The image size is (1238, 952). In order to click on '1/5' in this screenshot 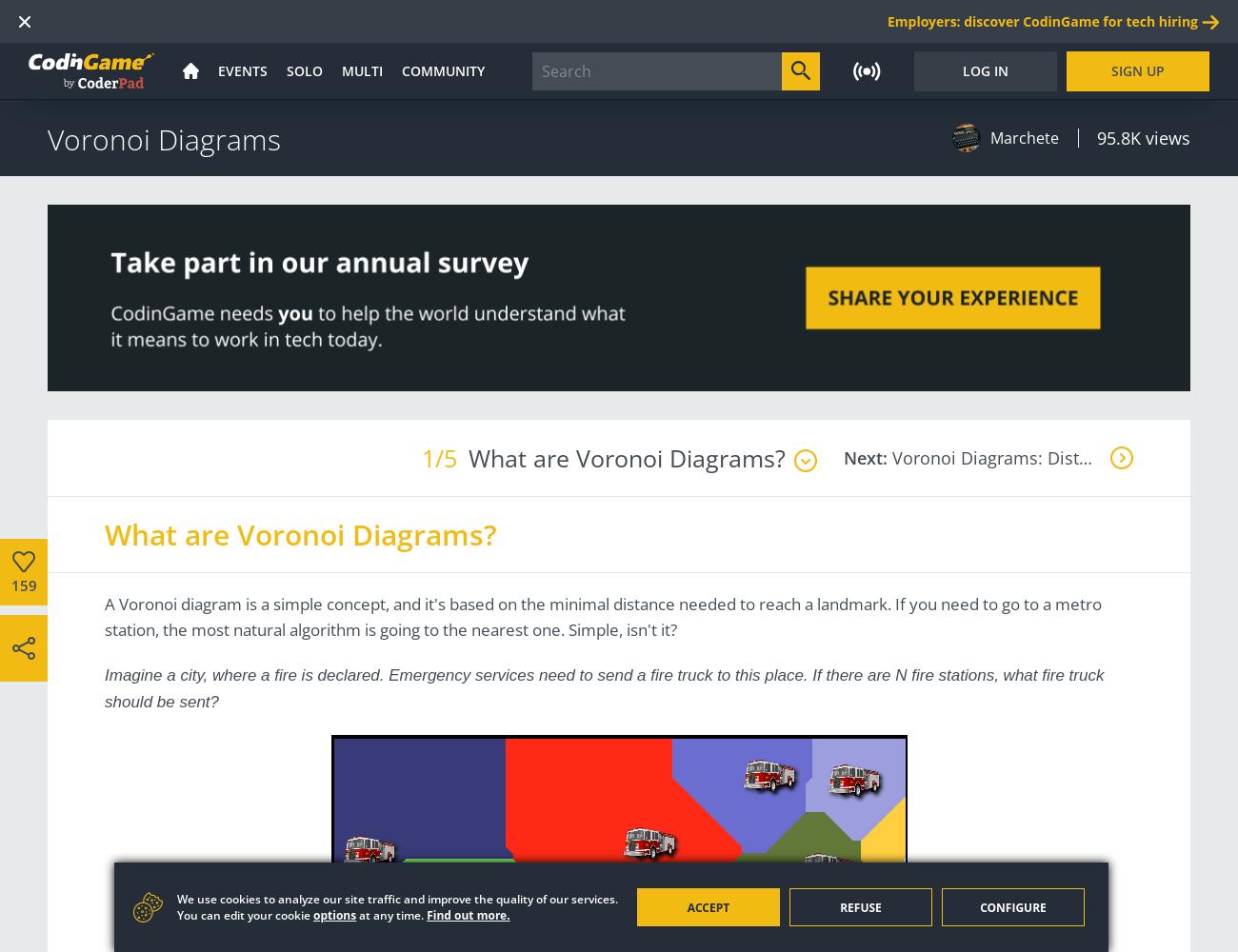, I will do `click(437, 457)`.